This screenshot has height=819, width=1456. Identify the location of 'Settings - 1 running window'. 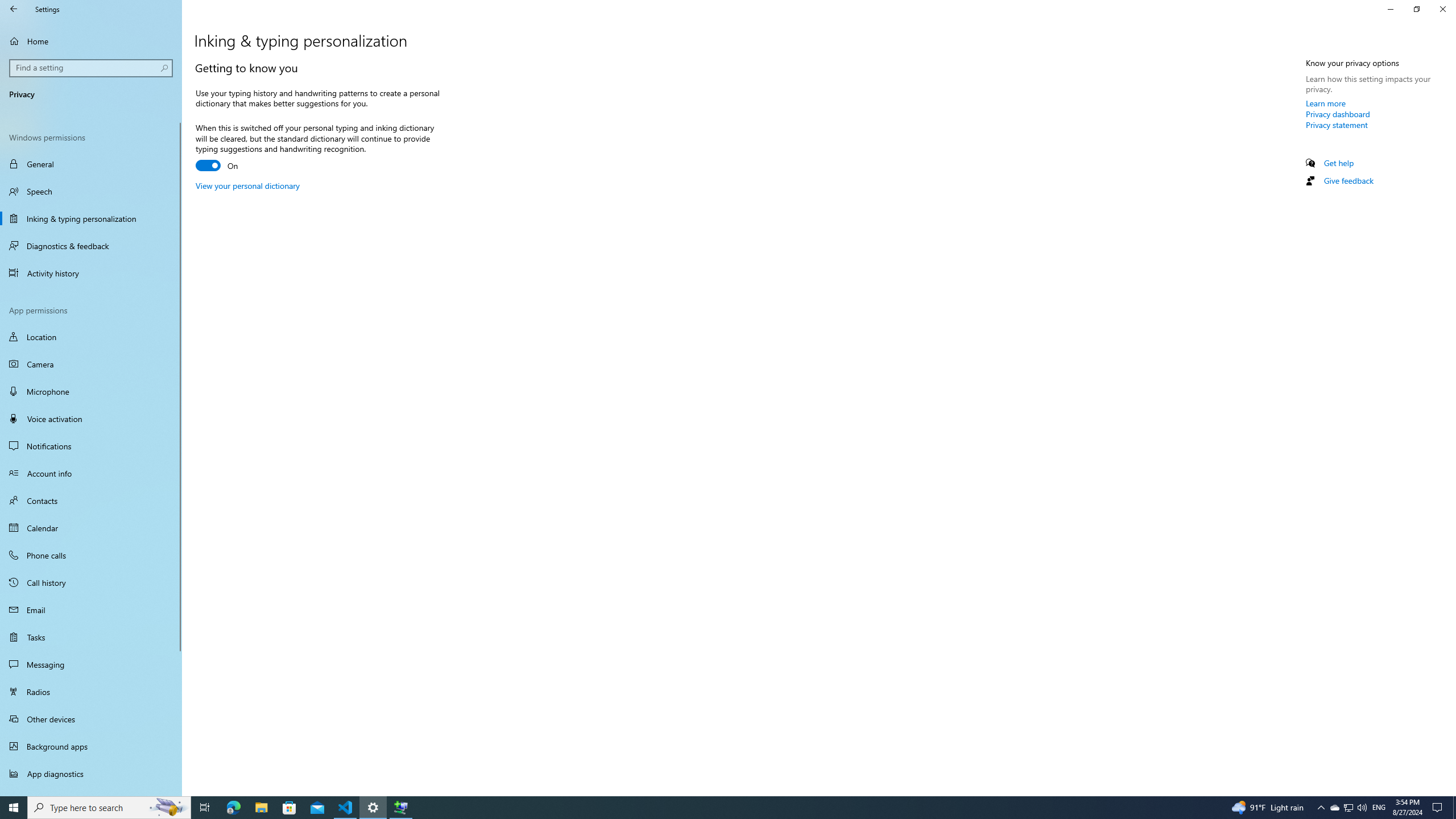
(373, 806).